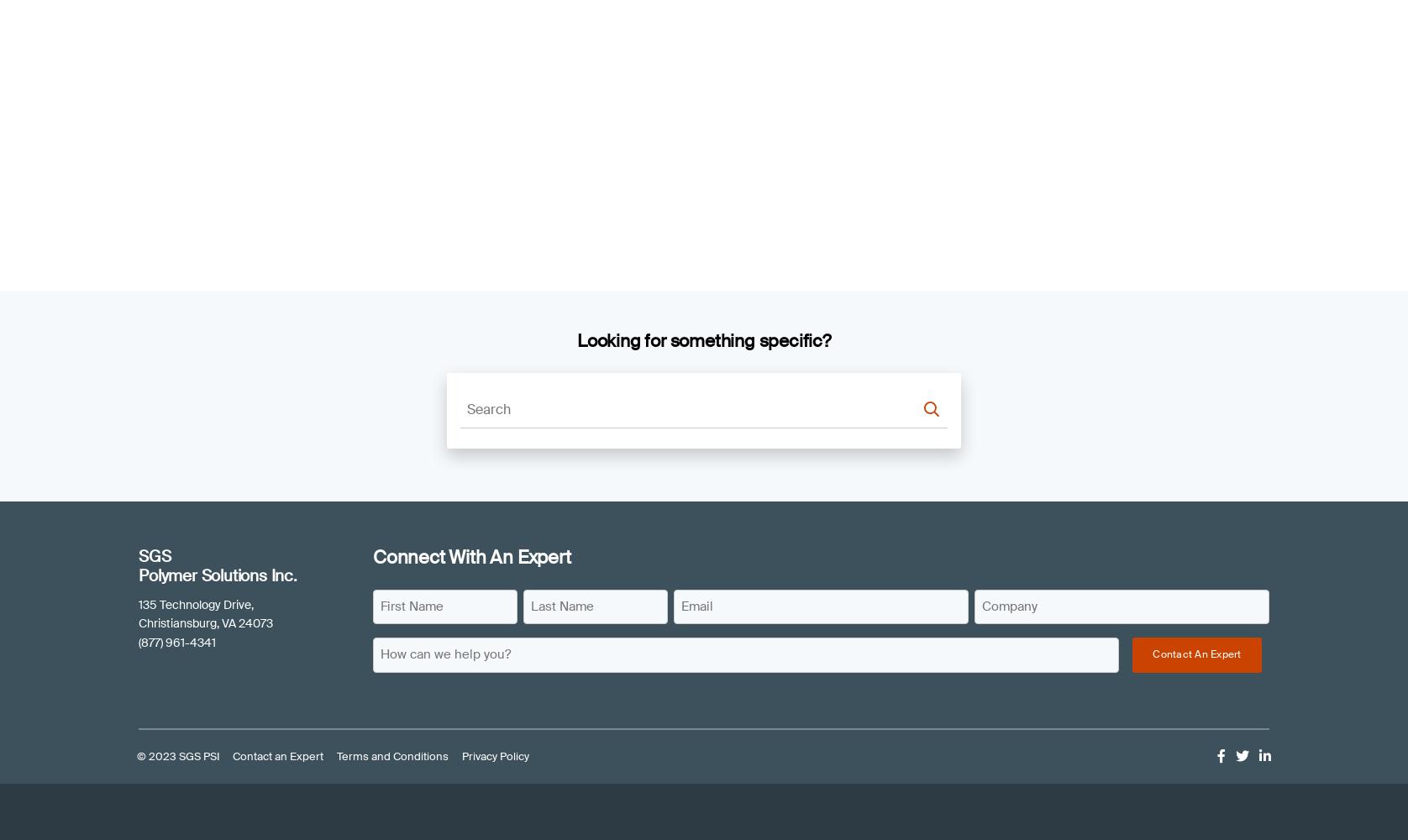  What do you see at coordinates (1196, 654) in the screenshot?
I see `'Contact An Expert'` at bounding box center [1196, 654].